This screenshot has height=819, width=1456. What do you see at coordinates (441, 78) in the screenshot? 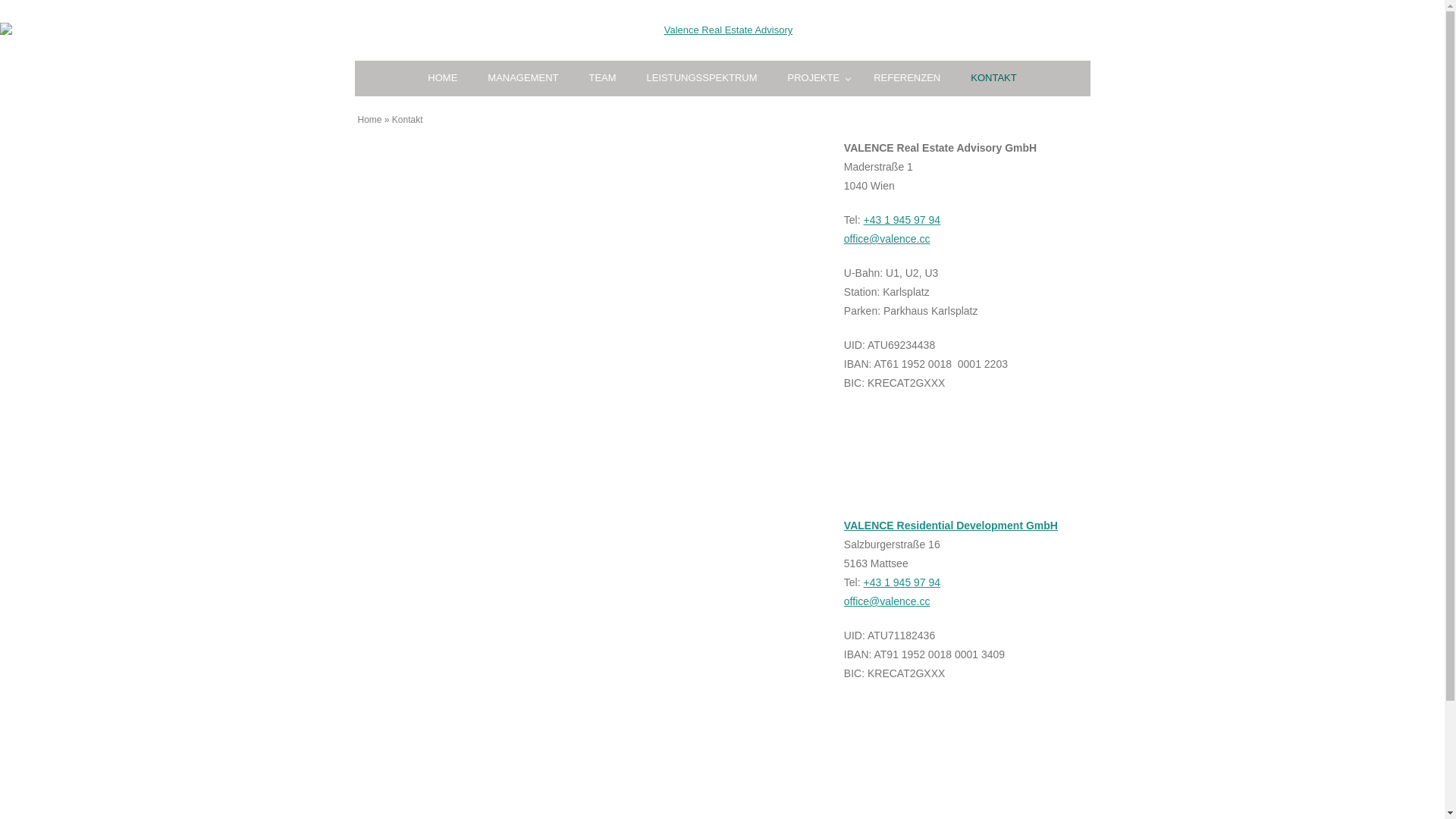
I see `'HOME'` at bounding box center [441, 78].